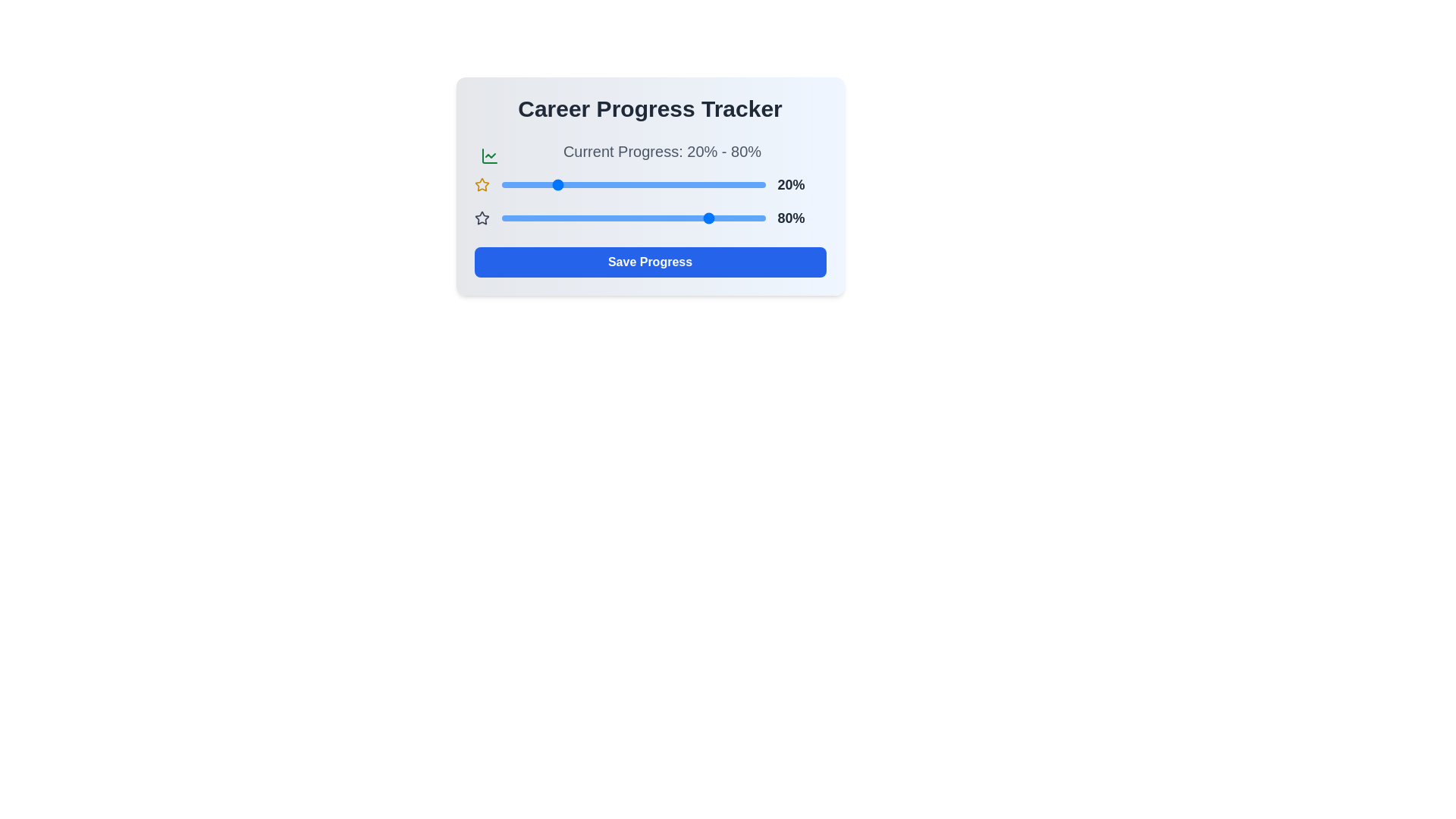 Image resolution: width=1456 pixels, height=819 pixels. Describe the element at coordinates (706, 218) in the screenshot. I see `the second progress slider to 78%` at that location.